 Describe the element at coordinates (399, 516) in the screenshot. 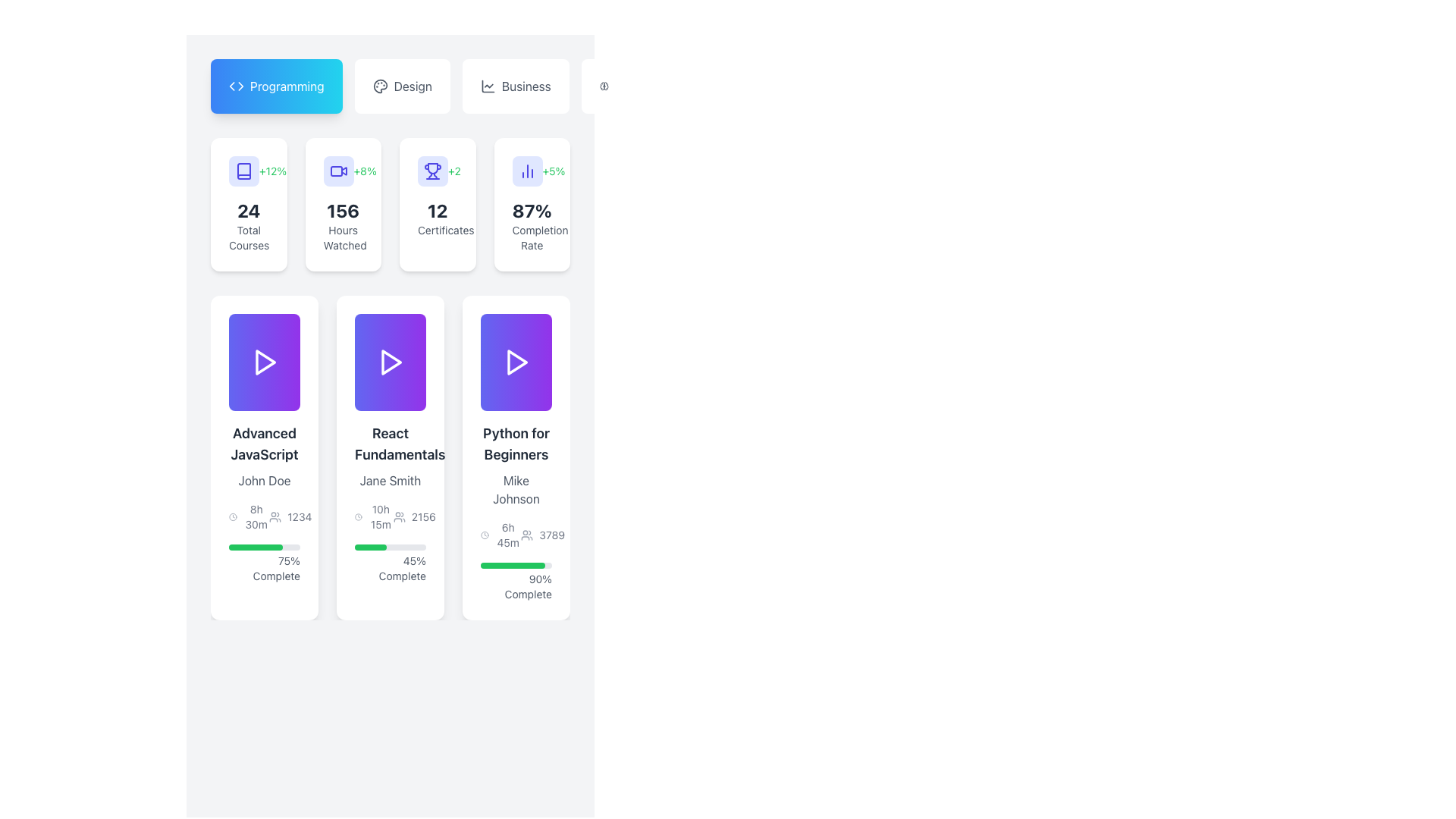

I see `the small gray icon representing a group of people located next to the number '2156' in the second card` at that location.